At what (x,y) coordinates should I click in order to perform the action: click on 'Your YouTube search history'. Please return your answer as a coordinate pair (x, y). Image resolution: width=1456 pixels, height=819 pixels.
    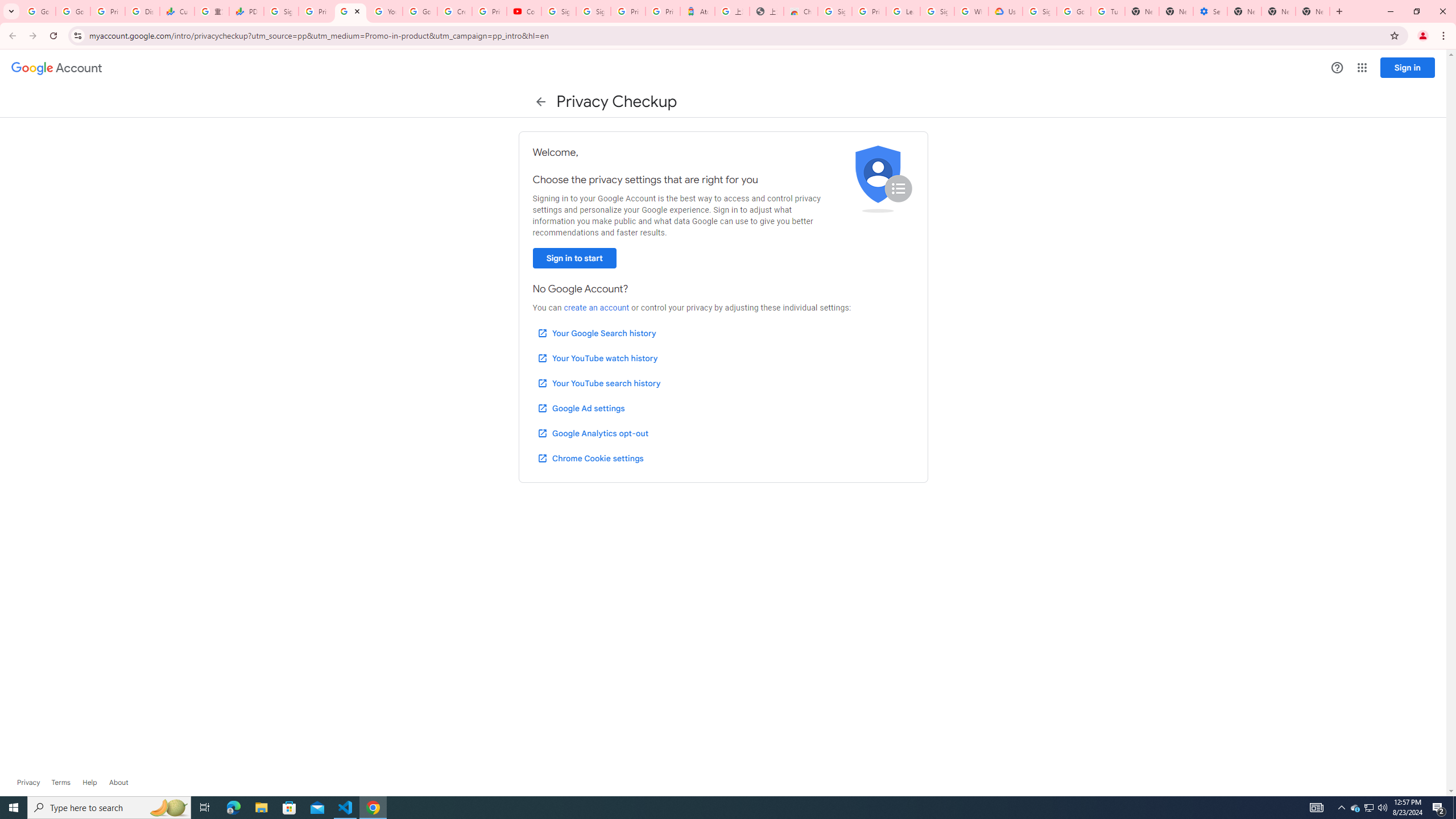
    Looking at the image, I should click on (598, 383).